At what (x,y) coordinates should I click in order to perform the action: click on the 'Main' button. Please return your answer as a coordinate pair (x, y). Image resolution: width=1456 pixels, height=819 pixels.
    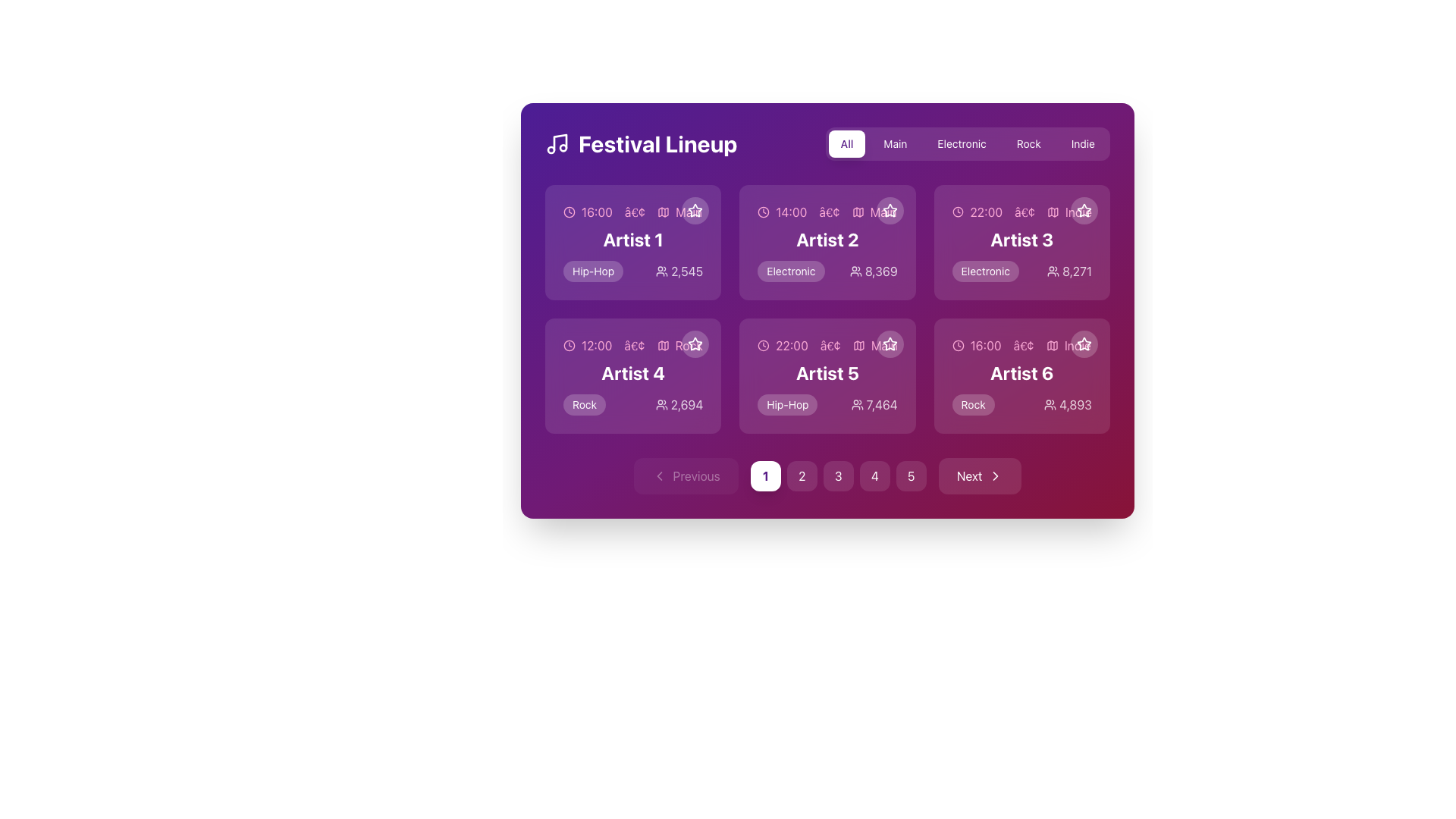
    Looking at the image, I should click on (895, 143).